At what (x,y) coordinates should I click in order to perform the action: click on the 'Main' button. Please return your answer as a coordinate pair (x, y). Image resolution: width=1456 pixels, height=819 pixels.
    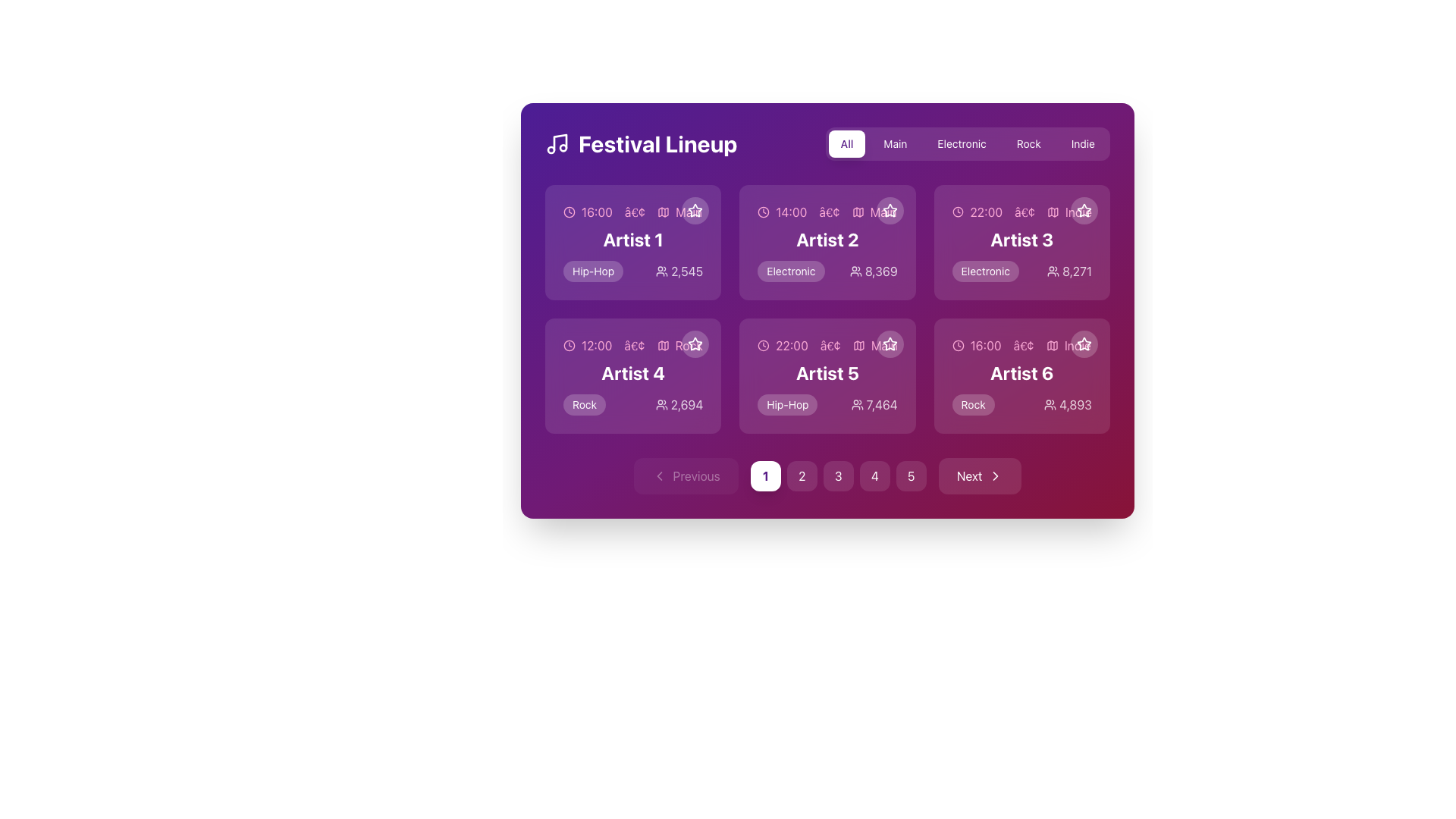
    Looking at the image, I should click on (895, 143).